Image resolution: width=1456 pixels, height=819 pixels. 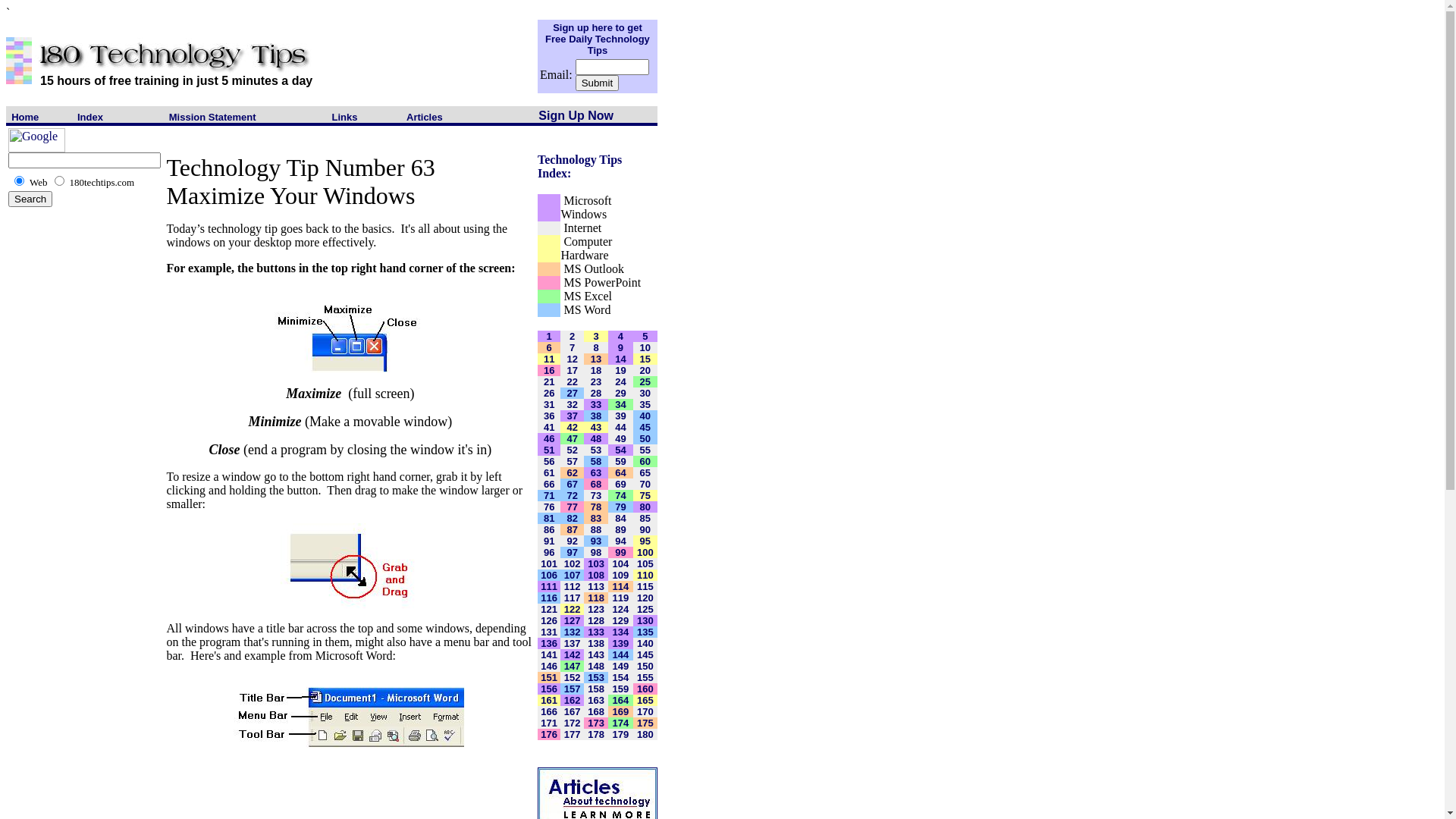 I want to click on '113', so click(x=595, y=585).